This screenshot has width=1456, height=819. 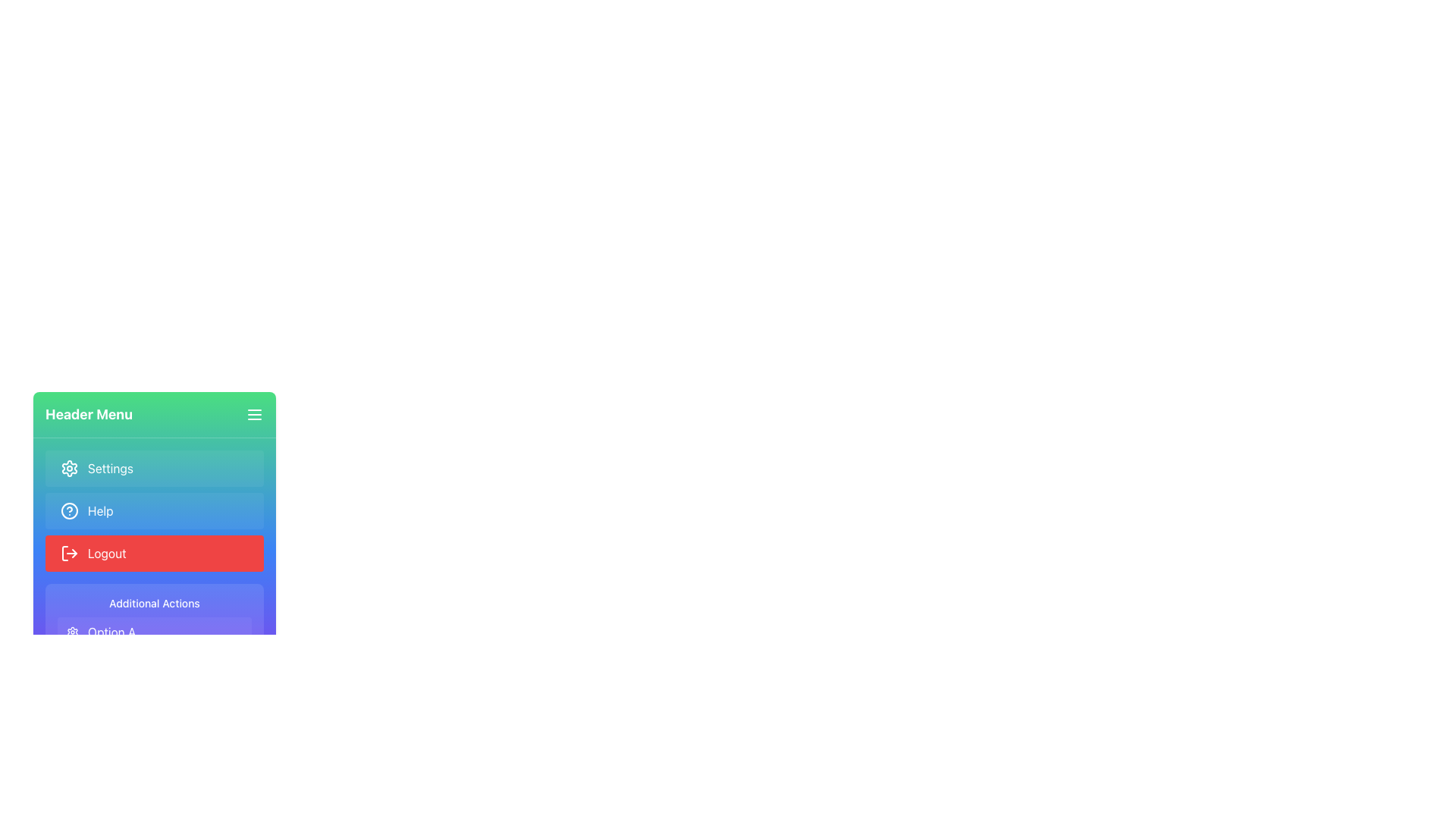 I want to click on the 'Logout' button, which has a red background with rounded corners and contains a white exit icon and the label 'Logout', so click(x=154, y=553).